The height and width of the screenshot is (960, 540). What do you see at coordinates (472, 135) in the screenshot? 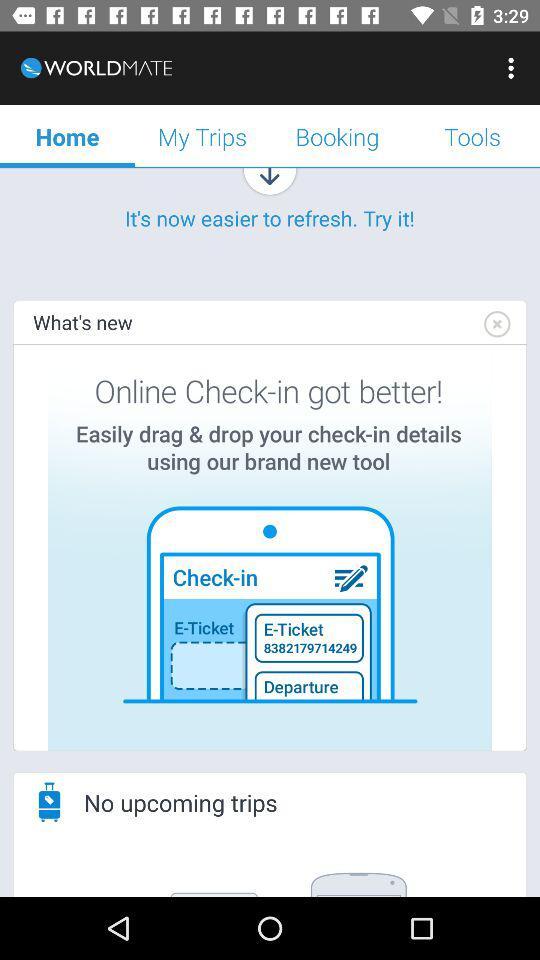
I see `icon to the right of booking app` at bounding box center [472, 135].